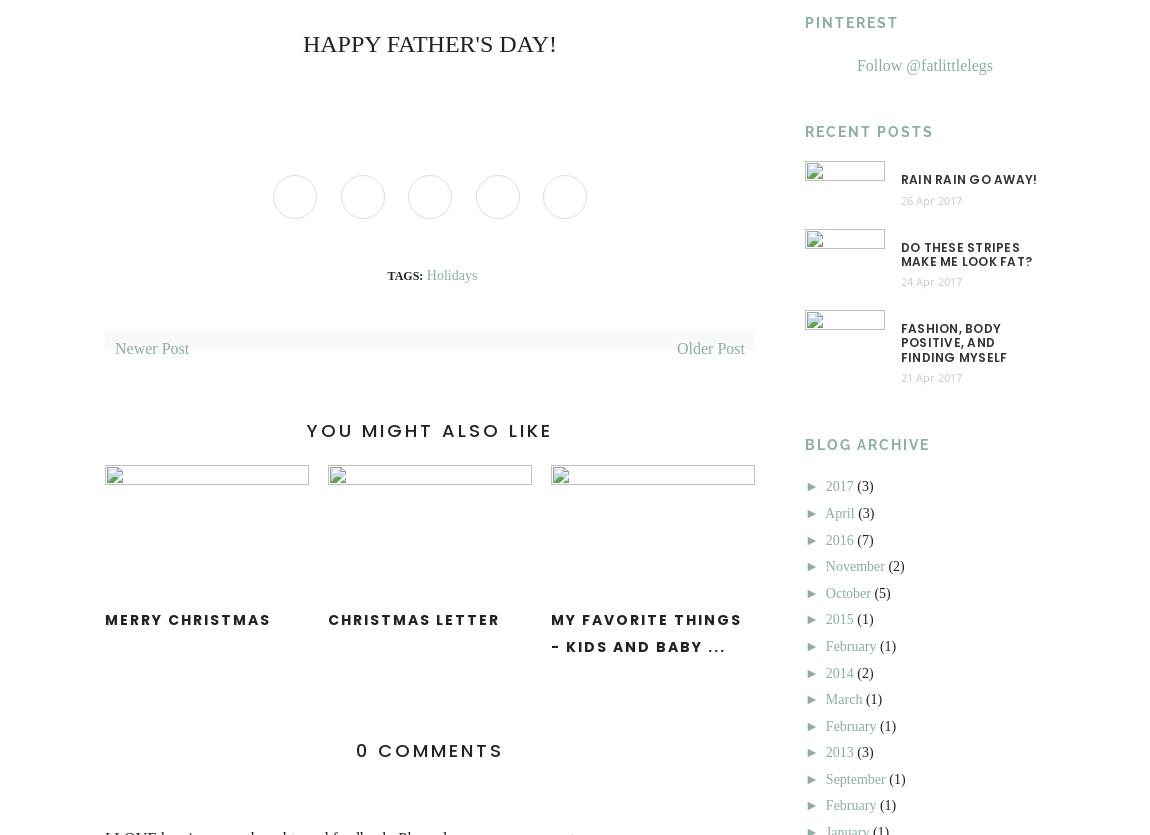 Image resolution: width=1150 pixels, height=835 pixels. Describe the element at coordinates (869, 130) in the screenshot. I see `'recent posts'` at that location.